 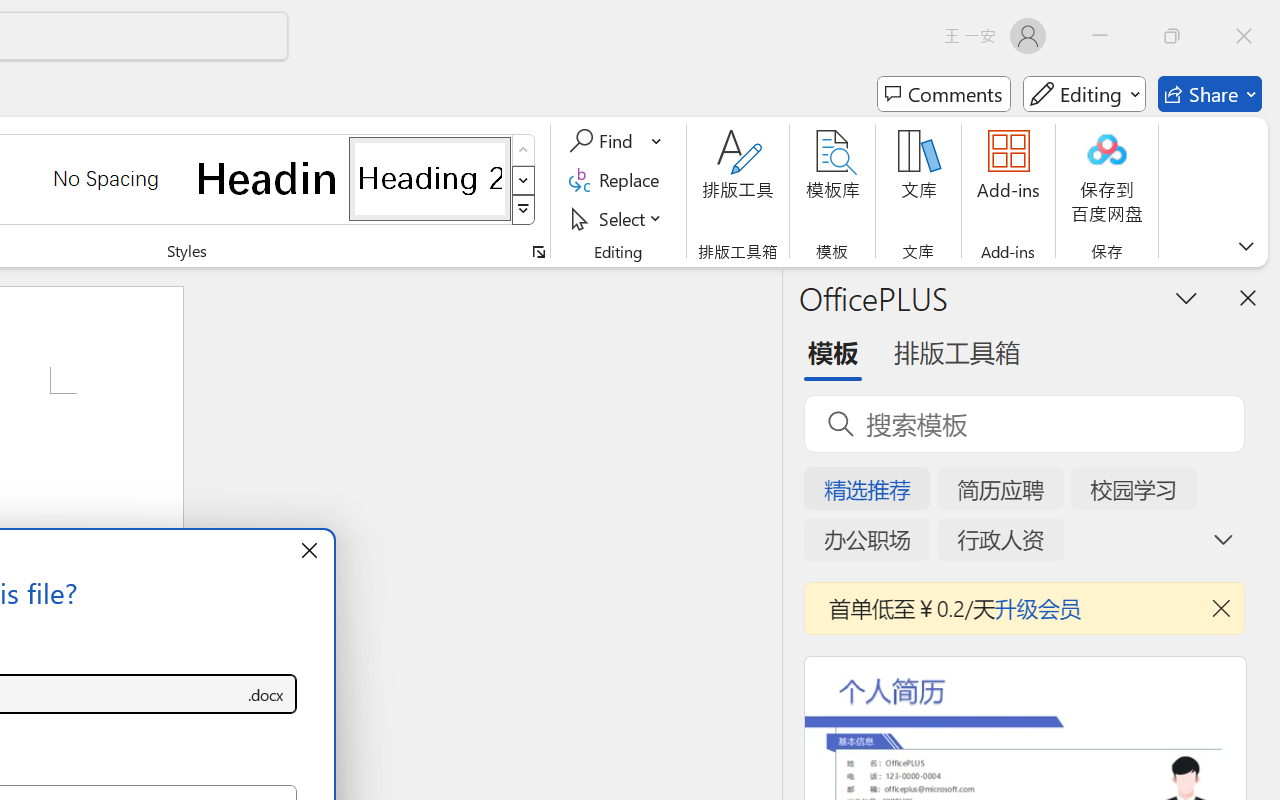 I want to click on 'Row up', so click(x=523, y=150).